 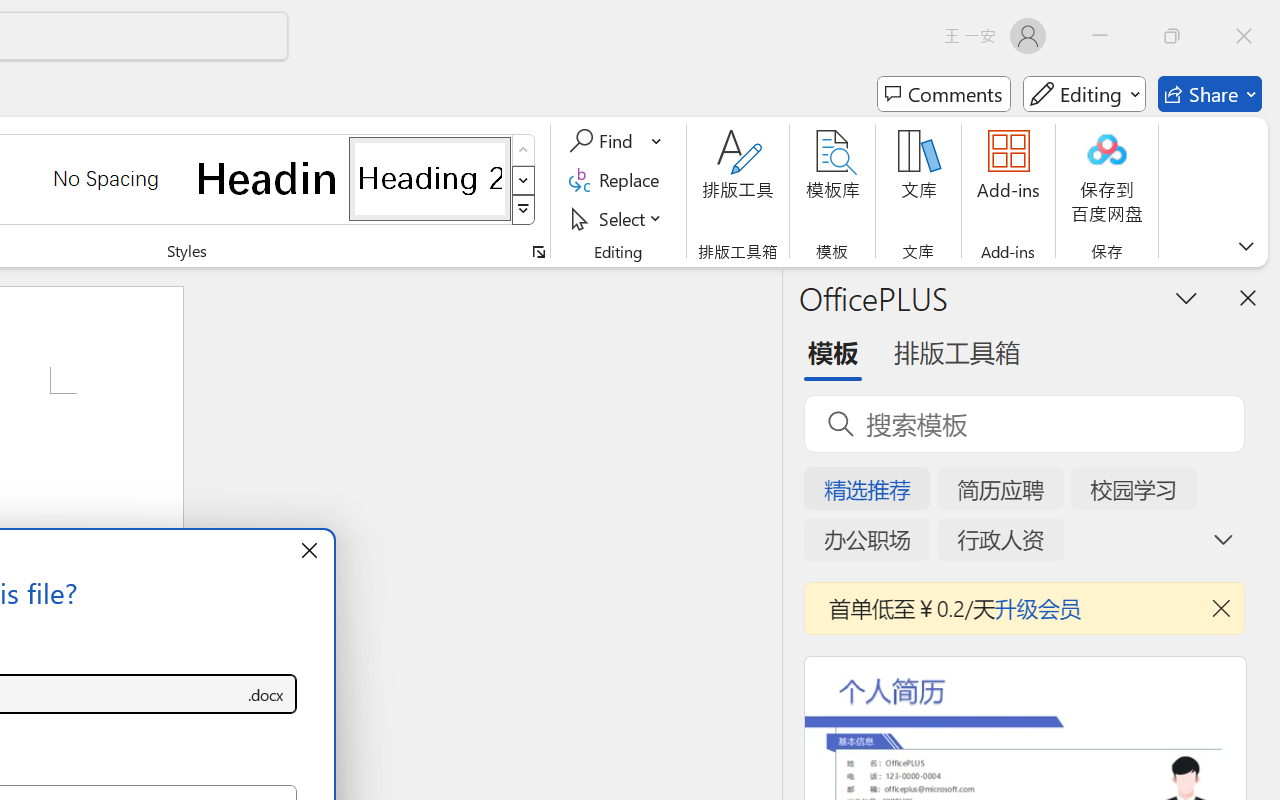 I want to click on 'Row up', so click(x=523, y=150).